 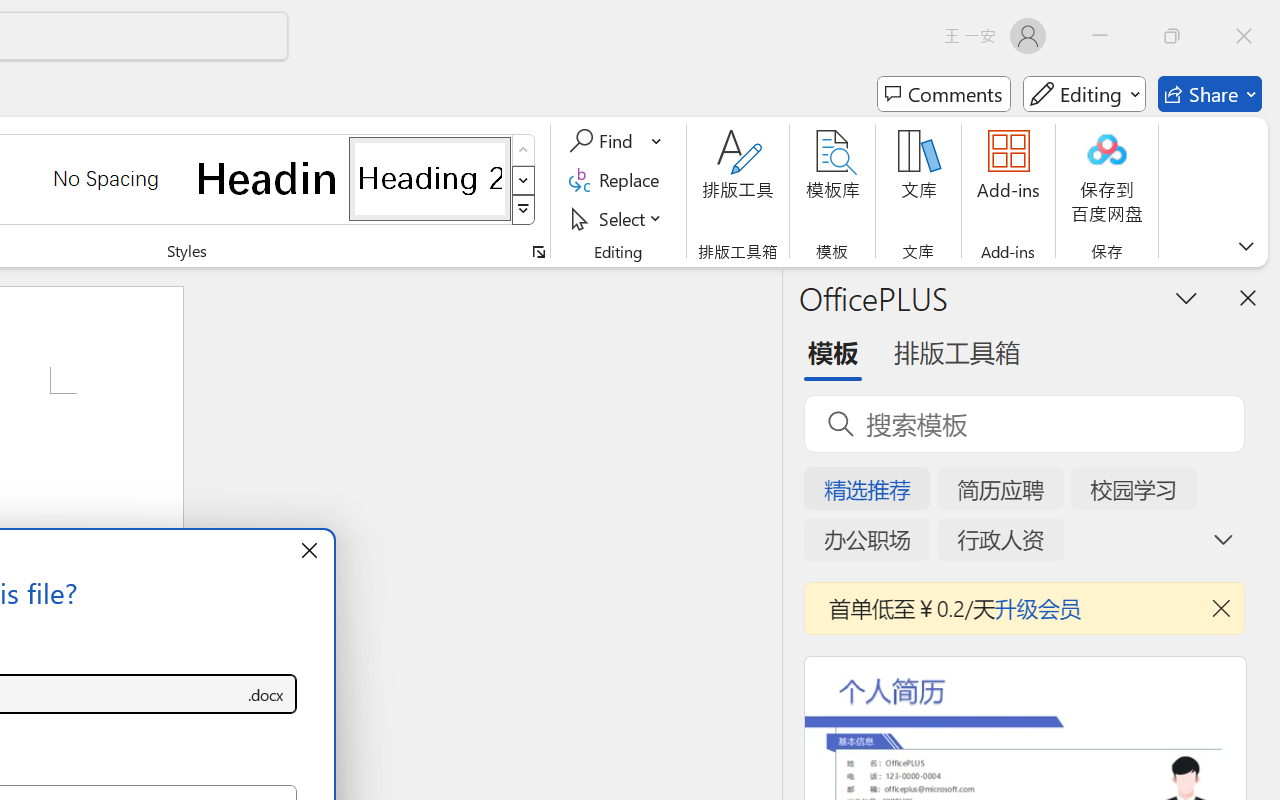 I want to click on 'Row up', so click(x=523, y=150).